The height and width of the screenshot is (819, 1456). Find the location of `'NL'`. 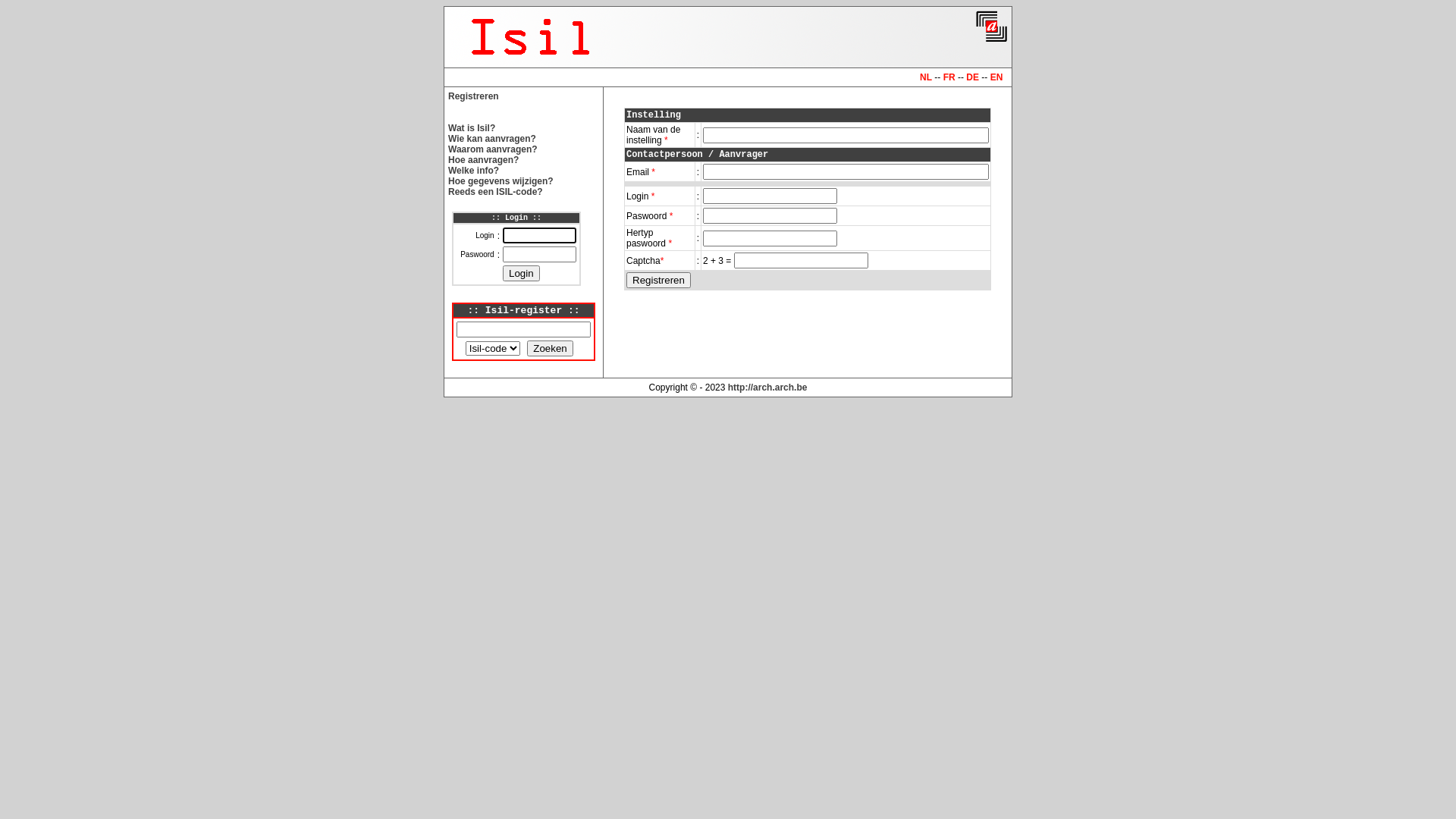

'NL' is located at coordinates (924, 77).